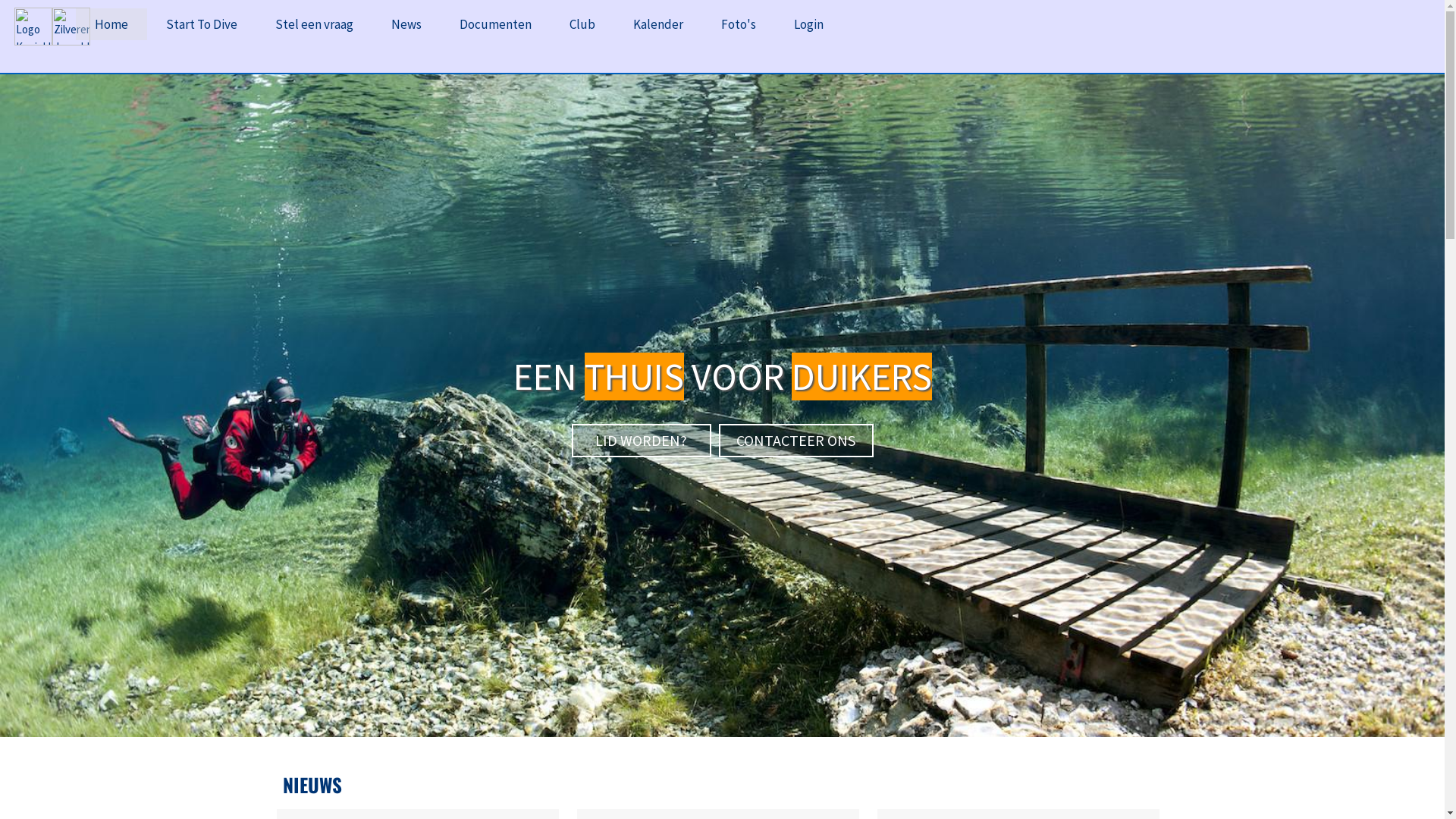  I want to click on 'Stel een vraag', so click(275, 24).